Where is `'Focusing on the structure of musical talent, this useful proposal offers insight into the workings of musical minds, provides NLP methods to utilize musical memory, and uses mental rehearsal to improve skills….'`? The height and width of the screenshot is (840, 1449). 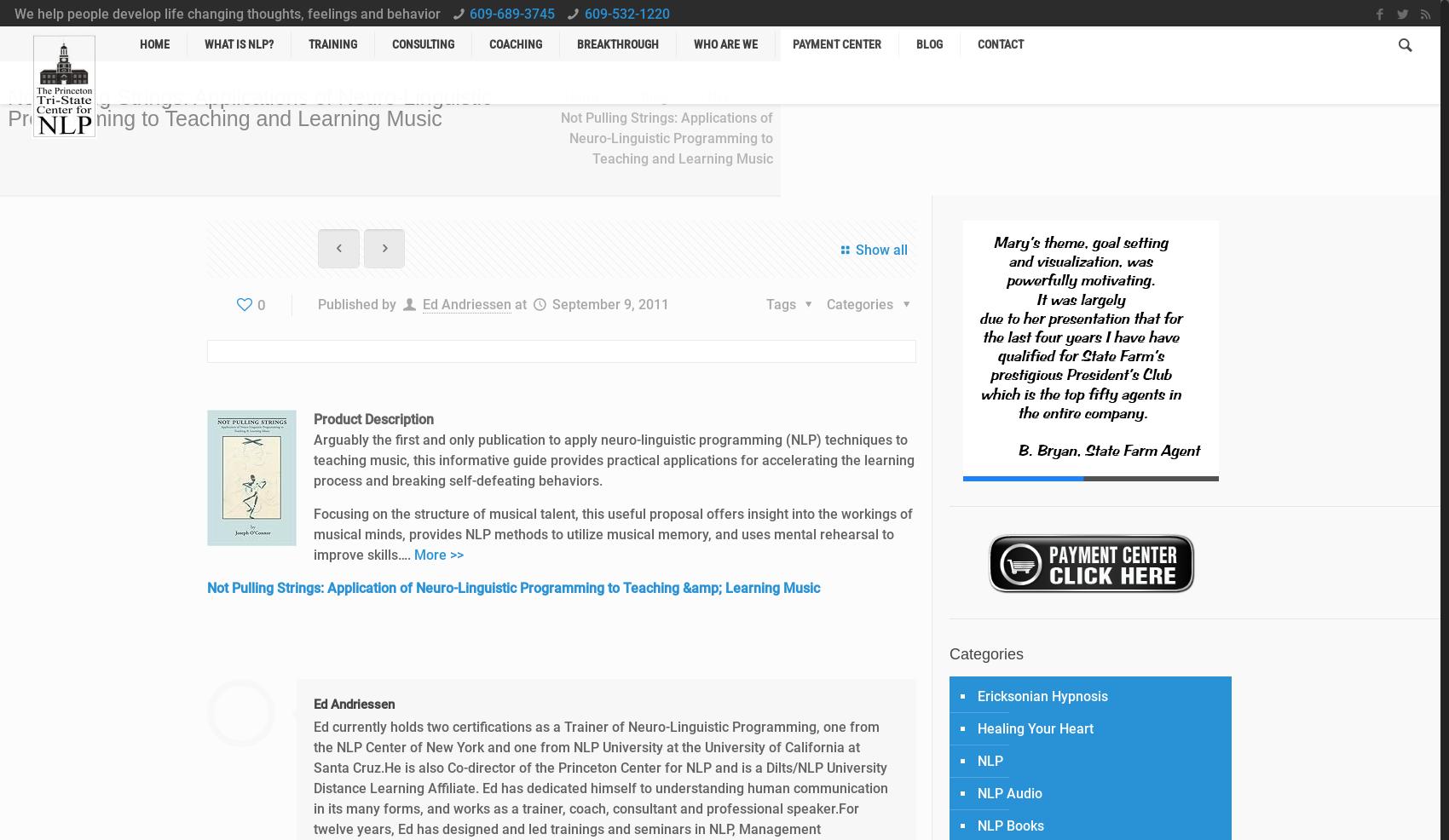
'Focusing on the structure of musical talent, this useful proposal offers insight into the workings of musical minds, provides NLP methods to utilize musical memory, and uses mental rehearsal to improve skills….' is located at coordinates (313, 534).